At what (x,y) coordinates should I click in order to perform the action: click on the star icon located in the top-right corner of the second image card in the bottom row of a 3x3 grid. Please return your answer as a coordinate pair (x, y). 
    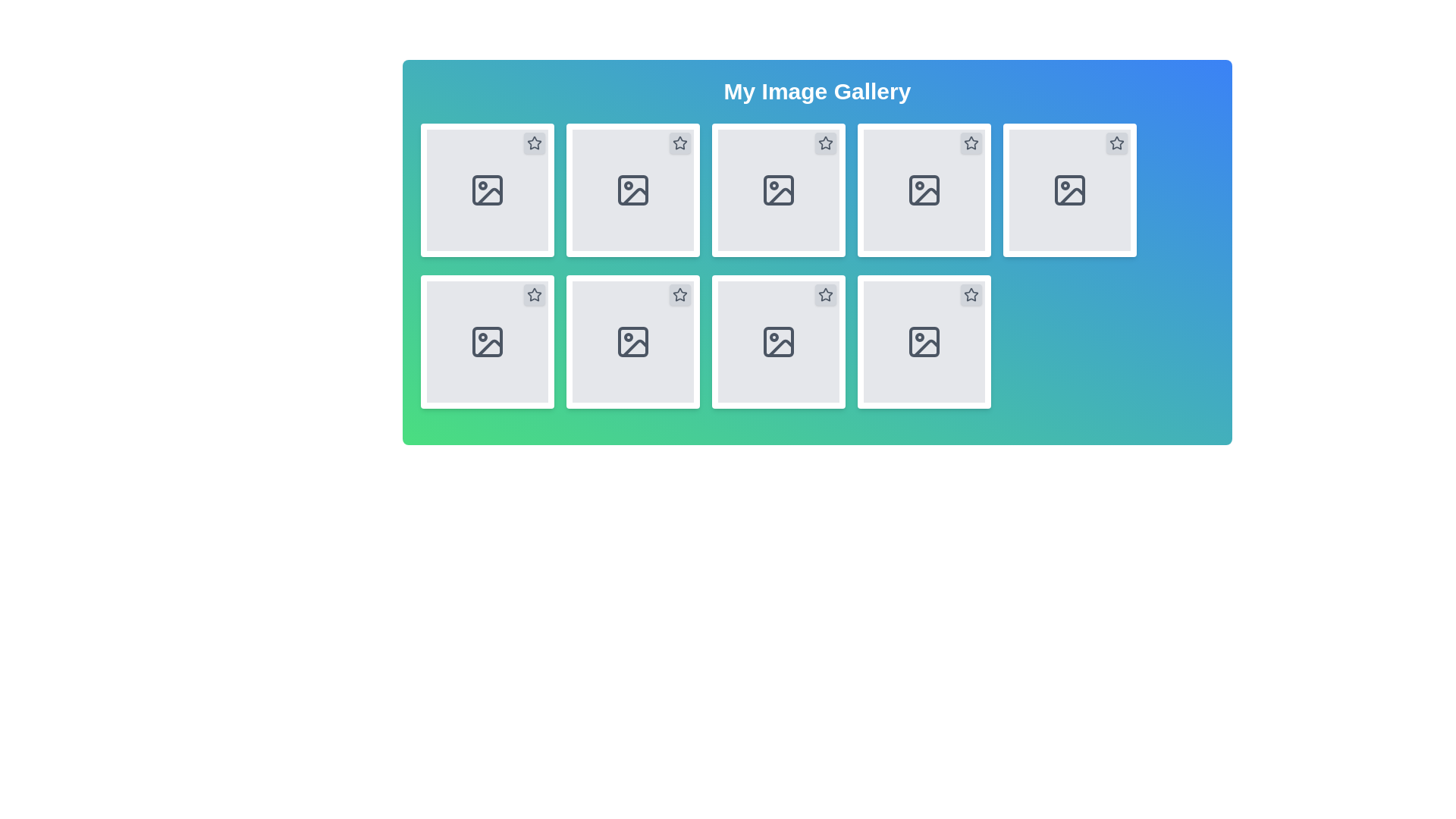
    Looking at the image, I should click on (825, 295).